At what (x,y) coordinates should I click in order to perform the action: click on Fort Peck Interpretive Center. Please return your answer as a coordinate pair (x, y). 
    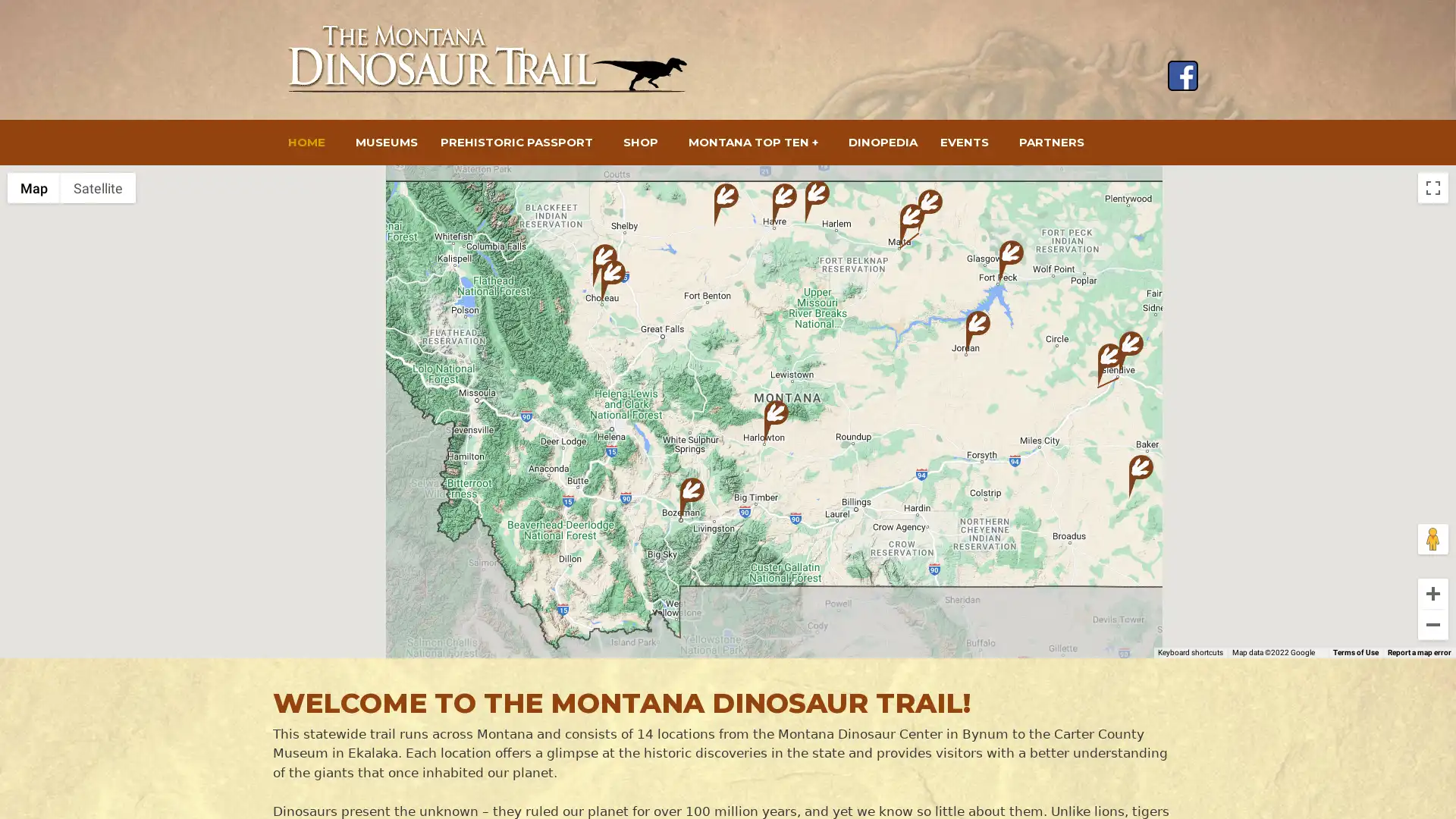
    Looking at the image, I should click on (1012, 261).